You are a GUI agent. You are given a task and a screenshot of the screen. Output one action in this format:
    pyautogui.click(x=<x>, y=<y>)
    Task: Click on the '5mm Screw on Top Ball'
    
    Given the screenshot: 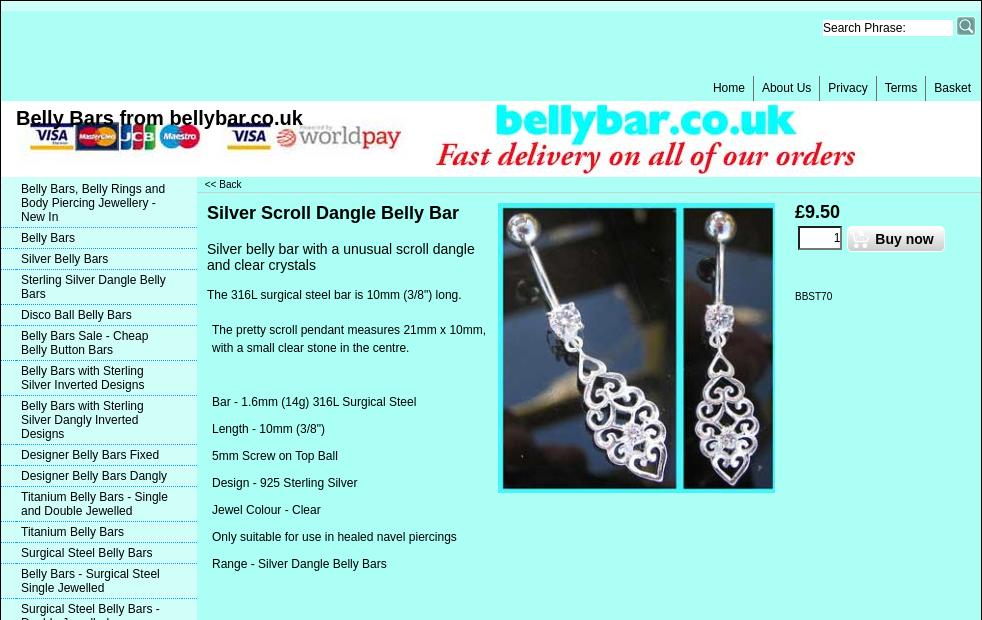 What is the action you would take?
    pyautogui.click(x=211, y=456)
    